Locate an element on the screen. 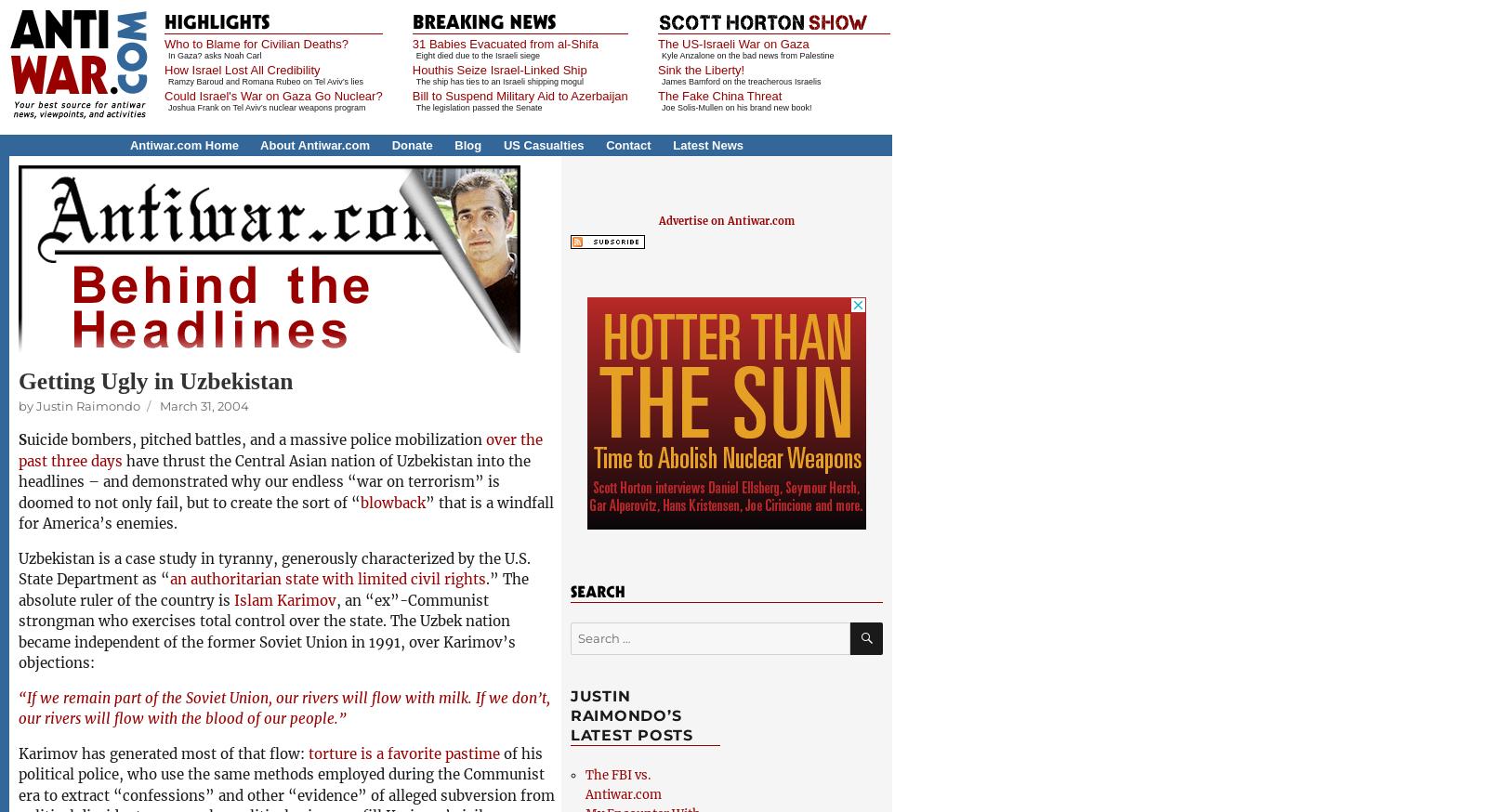  'Antiwar.com Home' is located at coordinates (182, 144).